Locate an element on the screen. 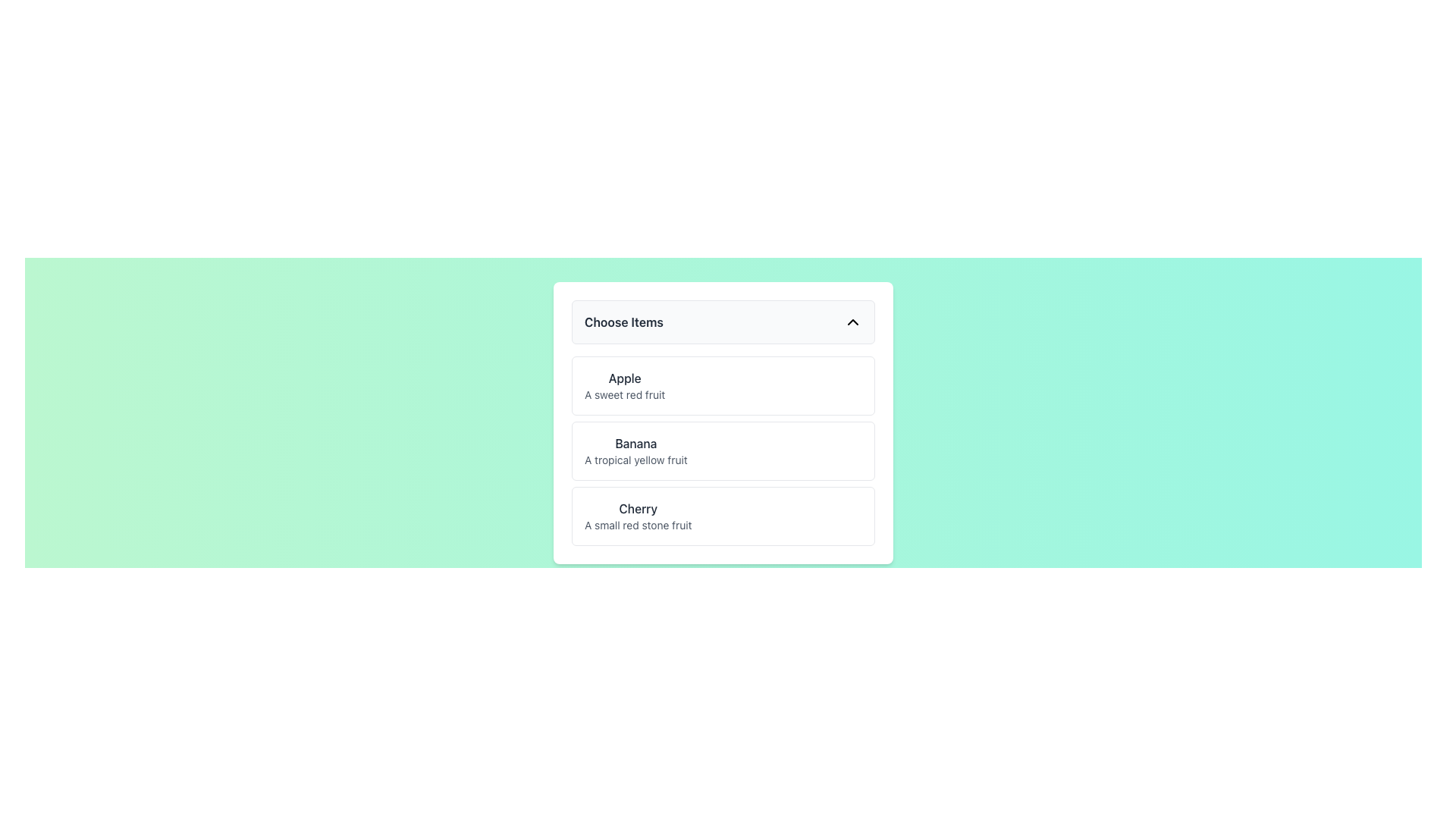 The height and width of the screenshot is (819, 1456). the selectable list item displaying 'Banana' is located at coordinates (723, 423).